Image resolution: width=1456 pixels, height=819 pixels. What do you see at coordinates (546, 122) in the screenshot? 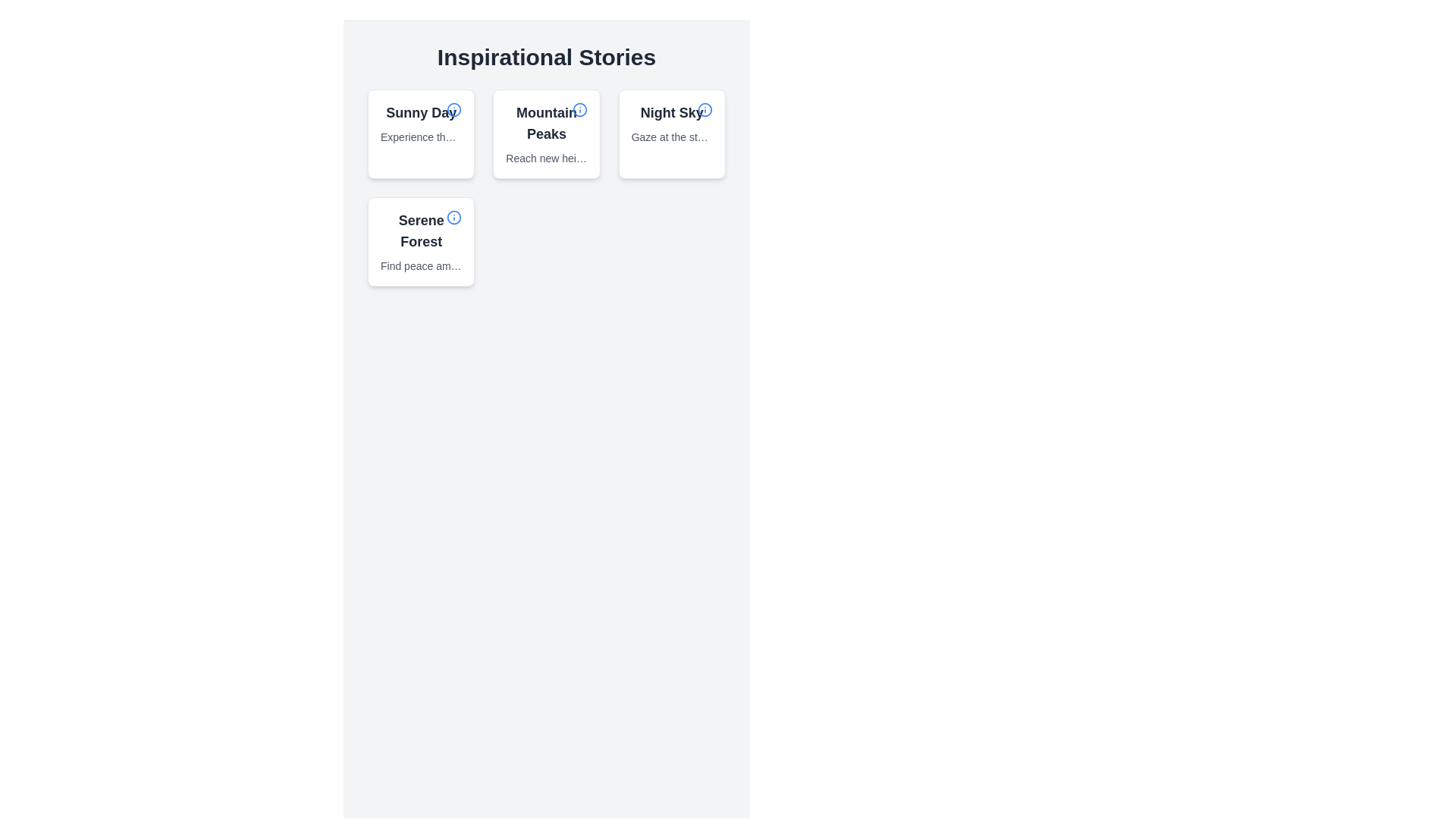
I see `the text label or heading that serves as the title for the associated content in the second card of the grid under 'Inspirational Stories'` at bounding box center [546, 122].